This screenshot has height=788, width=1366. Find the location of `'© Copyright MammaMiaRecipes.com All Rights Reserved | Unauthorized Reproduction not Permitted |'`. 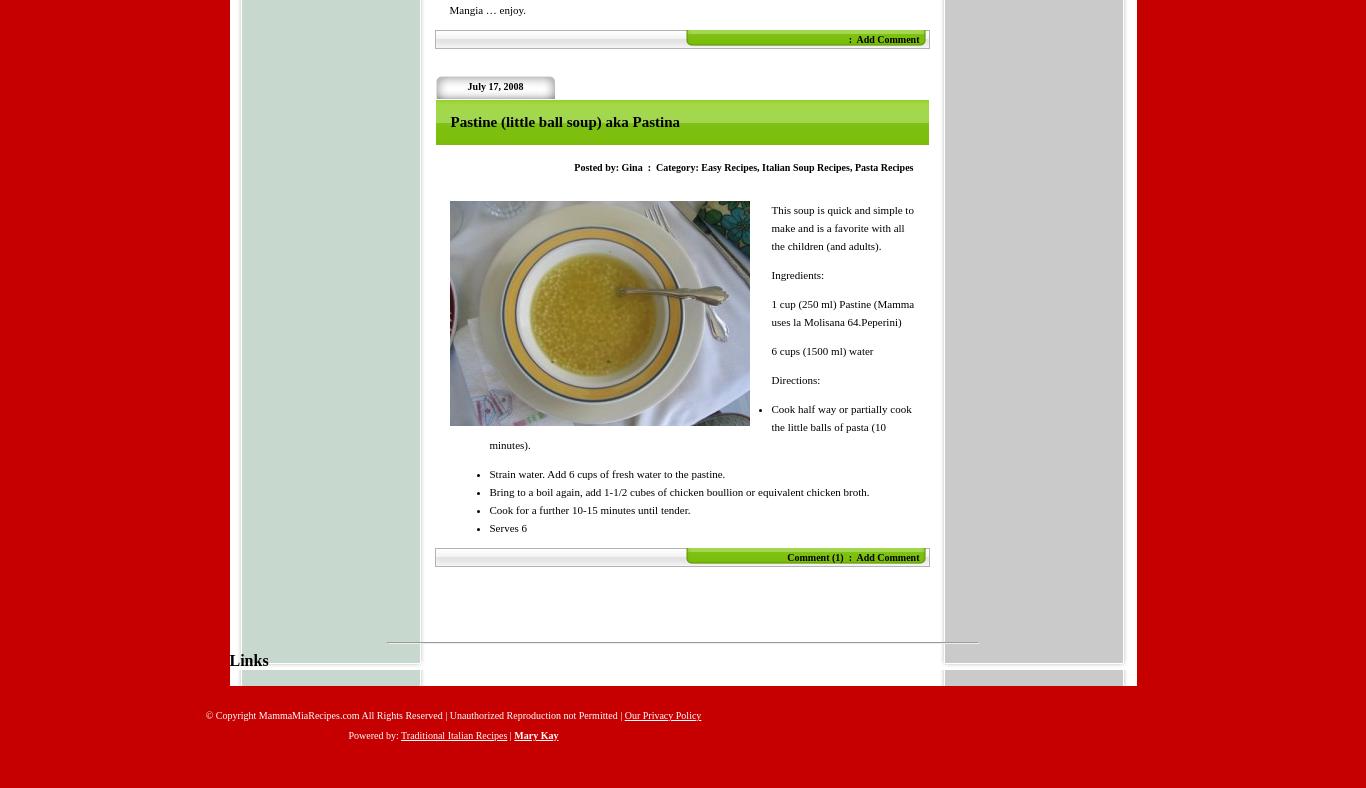

'© Copyright MammaMiaRecipes.com All Rights Reserved | Unauthorized Reproduction not Permitted |' is located at coordinates (413, 715).